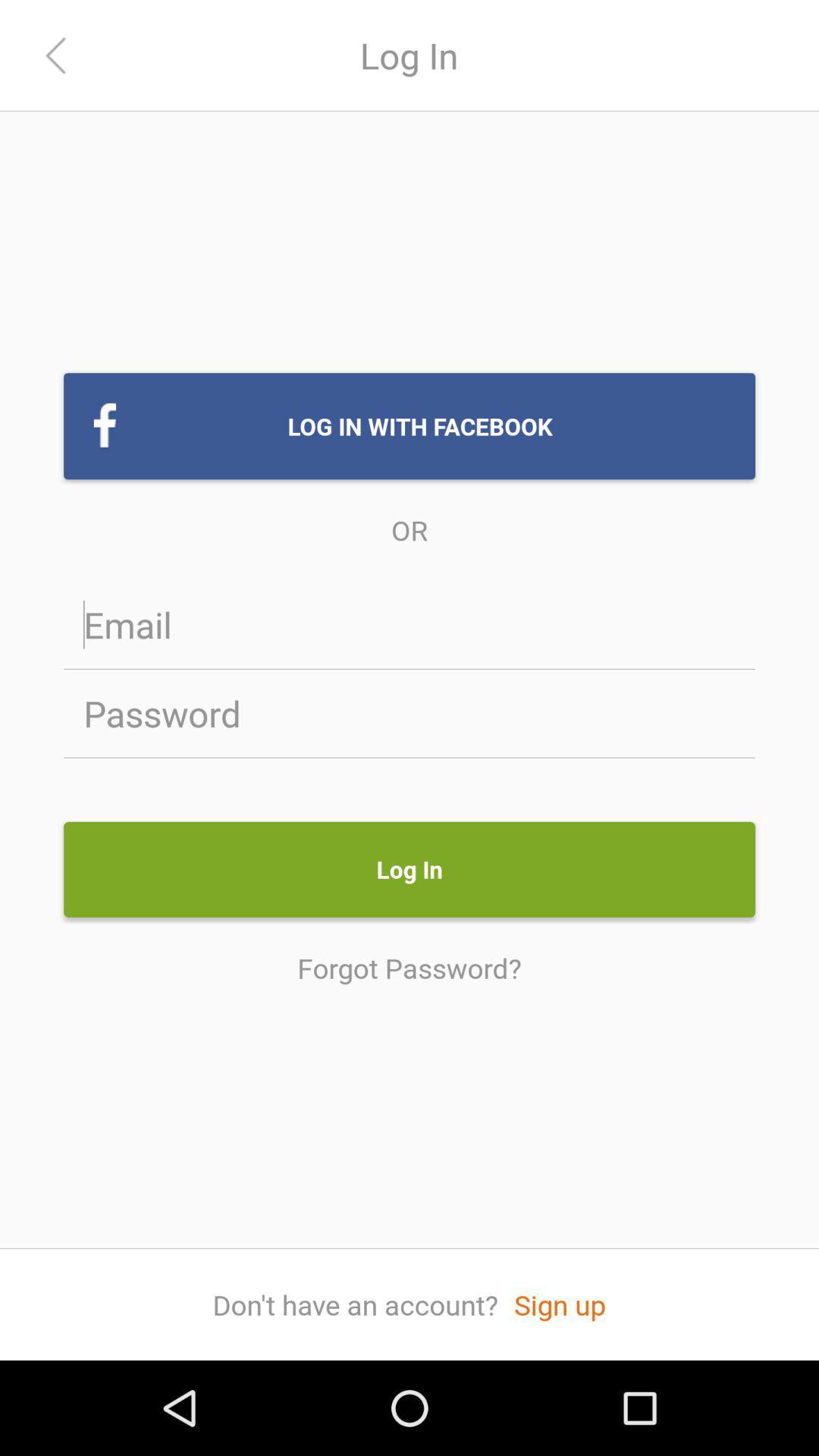  Describe the element at coordinates (409, 624) in the screenshot. I see `email` at that location.